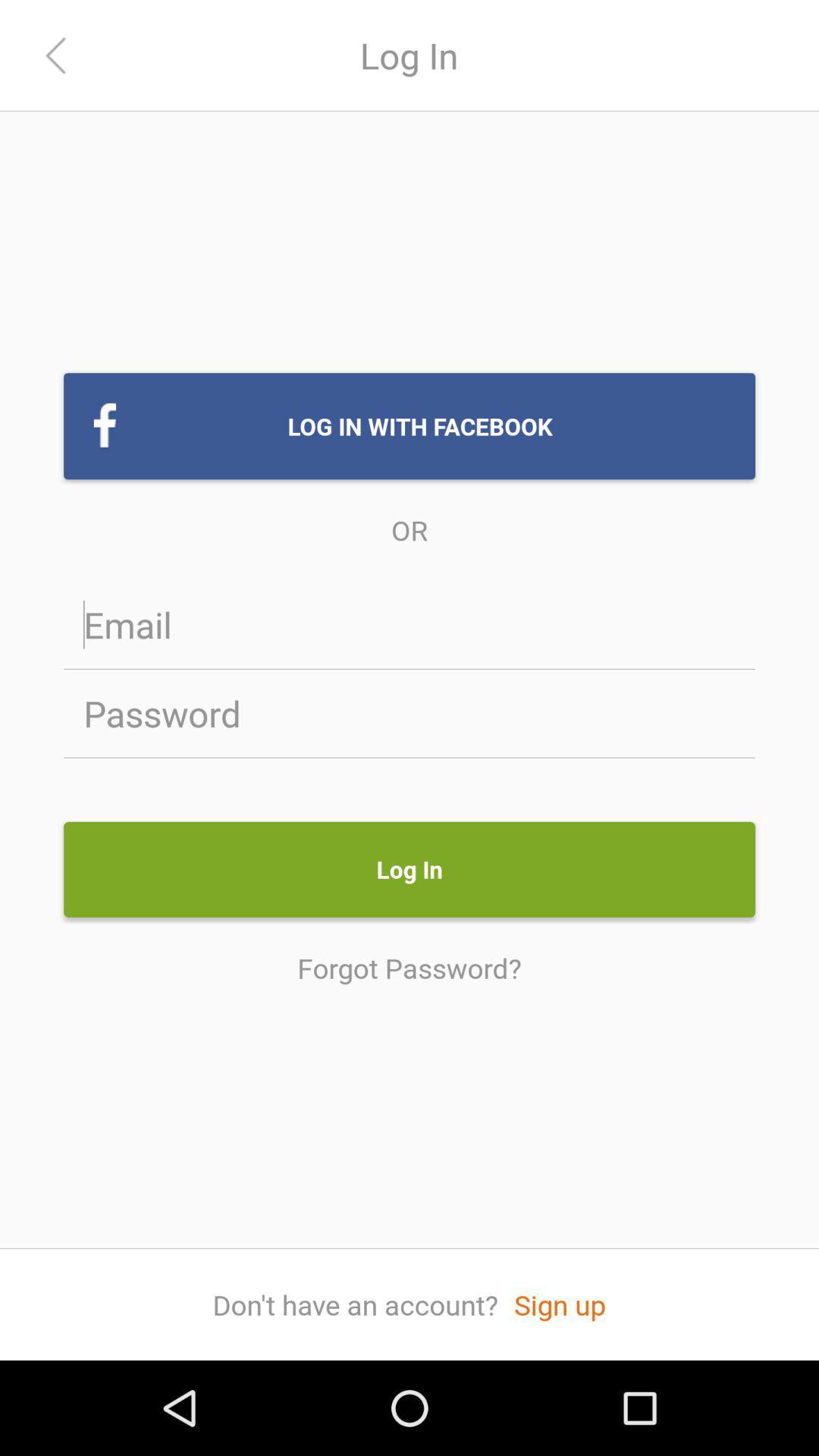  Describe the element at coordinates (409, 624) in the screenshot. I see `email` at that location.